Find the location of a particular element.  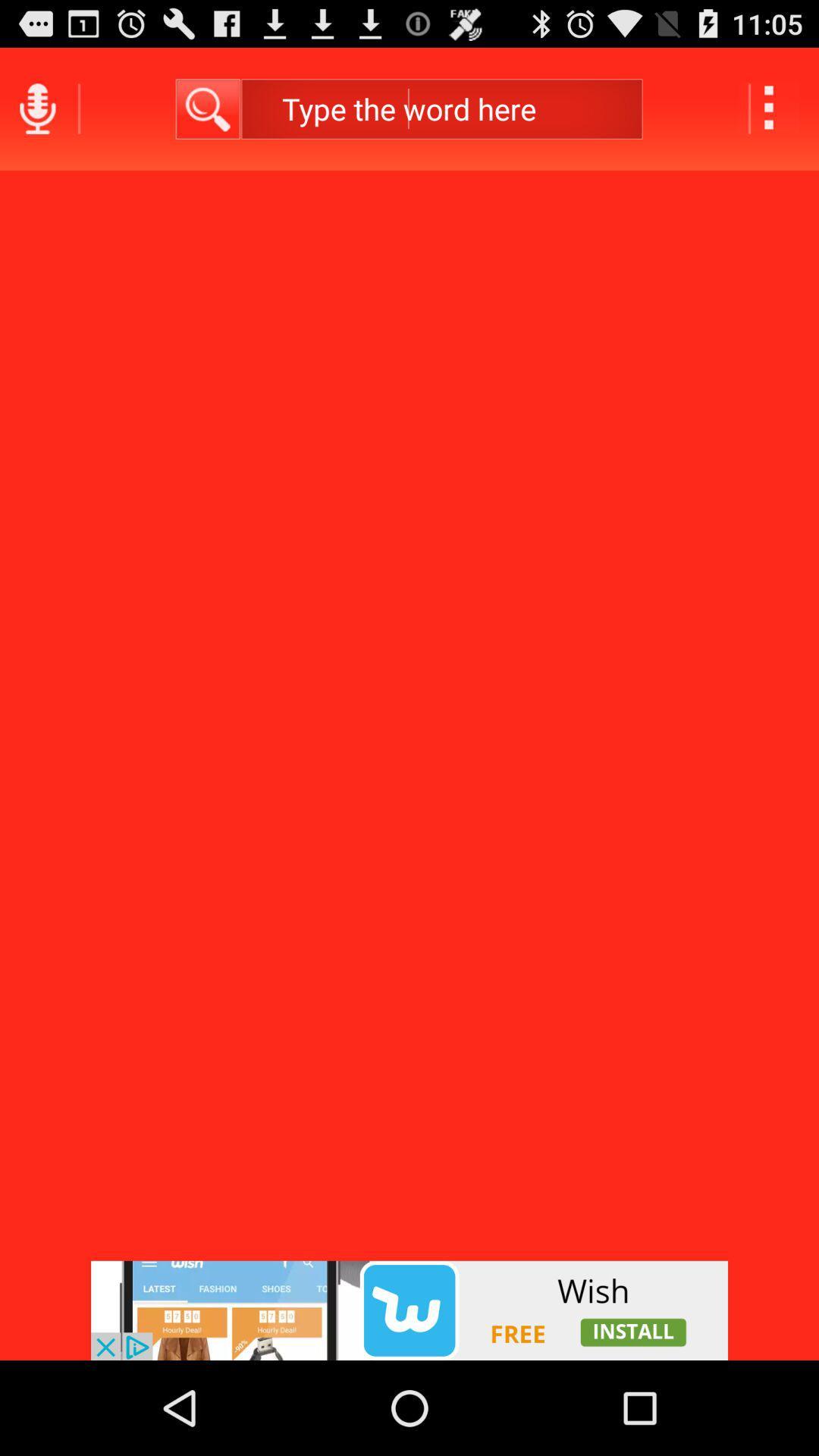

record button is located at coordinates (36, 108).